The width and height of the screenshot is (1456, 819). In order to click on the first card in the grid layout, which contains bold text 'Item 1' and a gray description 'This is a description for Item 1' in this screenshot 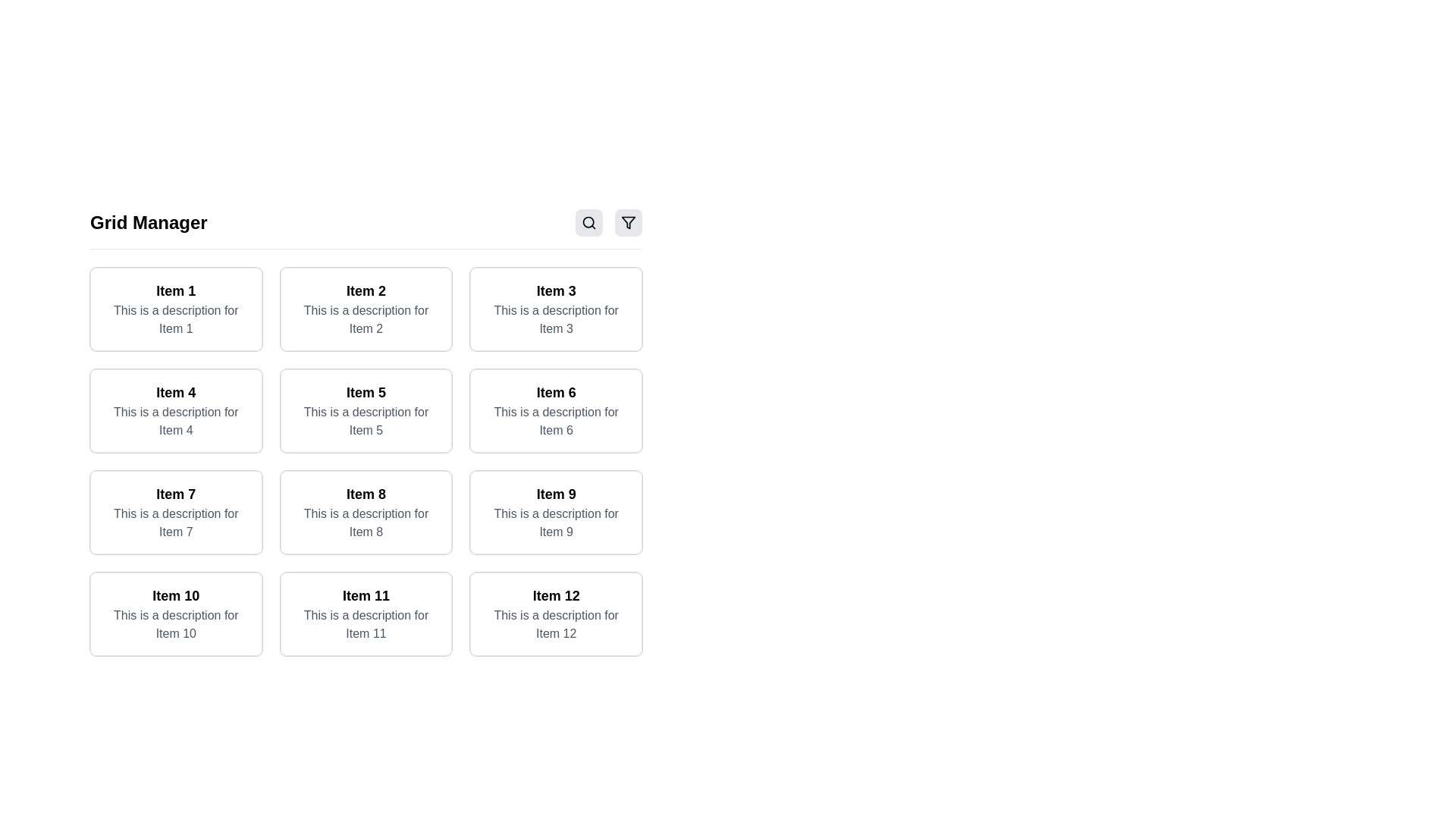, I will do `click(176, 309)`.